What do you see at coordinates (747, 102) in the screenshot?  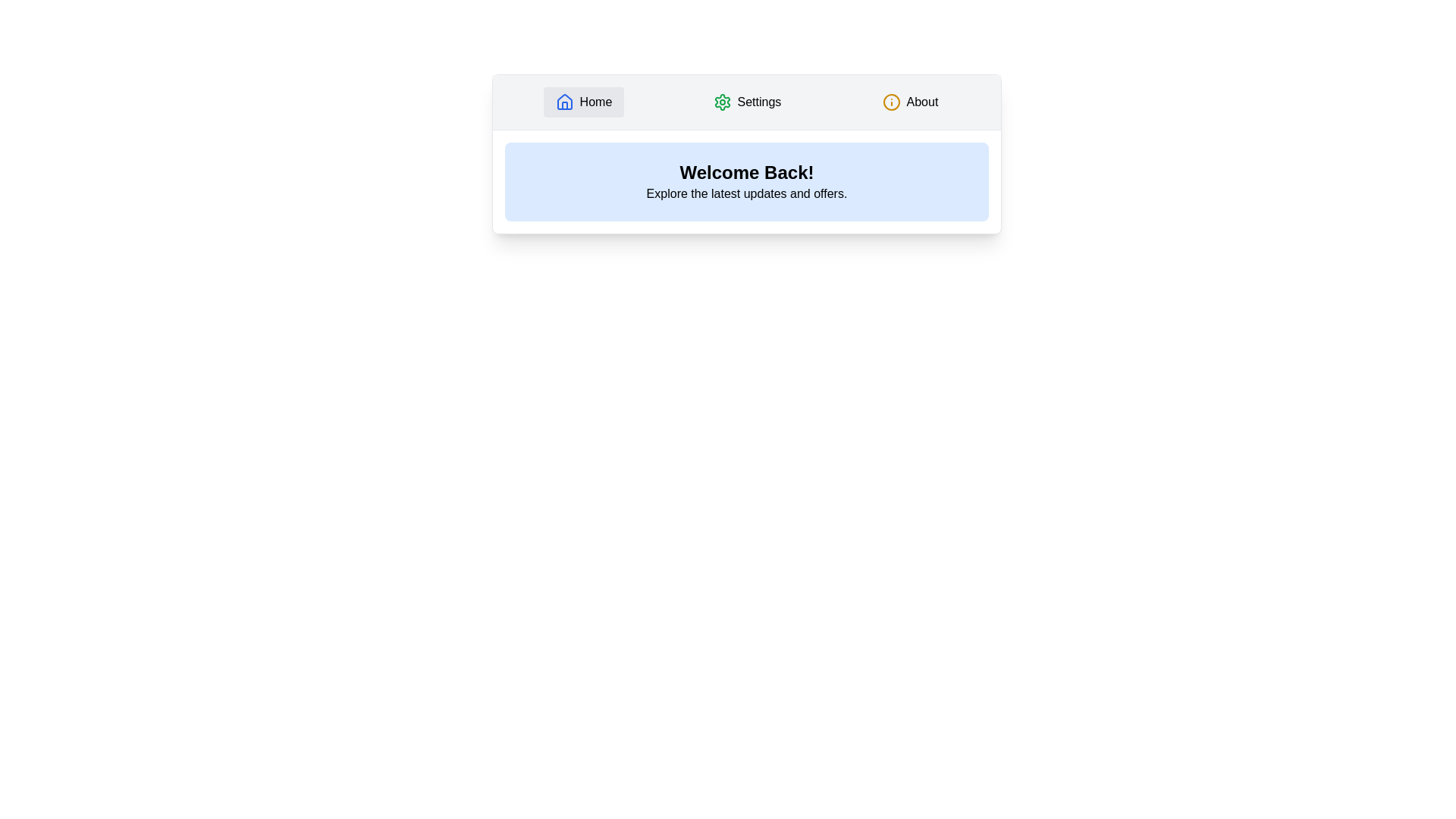 I see `the Settings tab to view its content` at bounding box center [747, 102].